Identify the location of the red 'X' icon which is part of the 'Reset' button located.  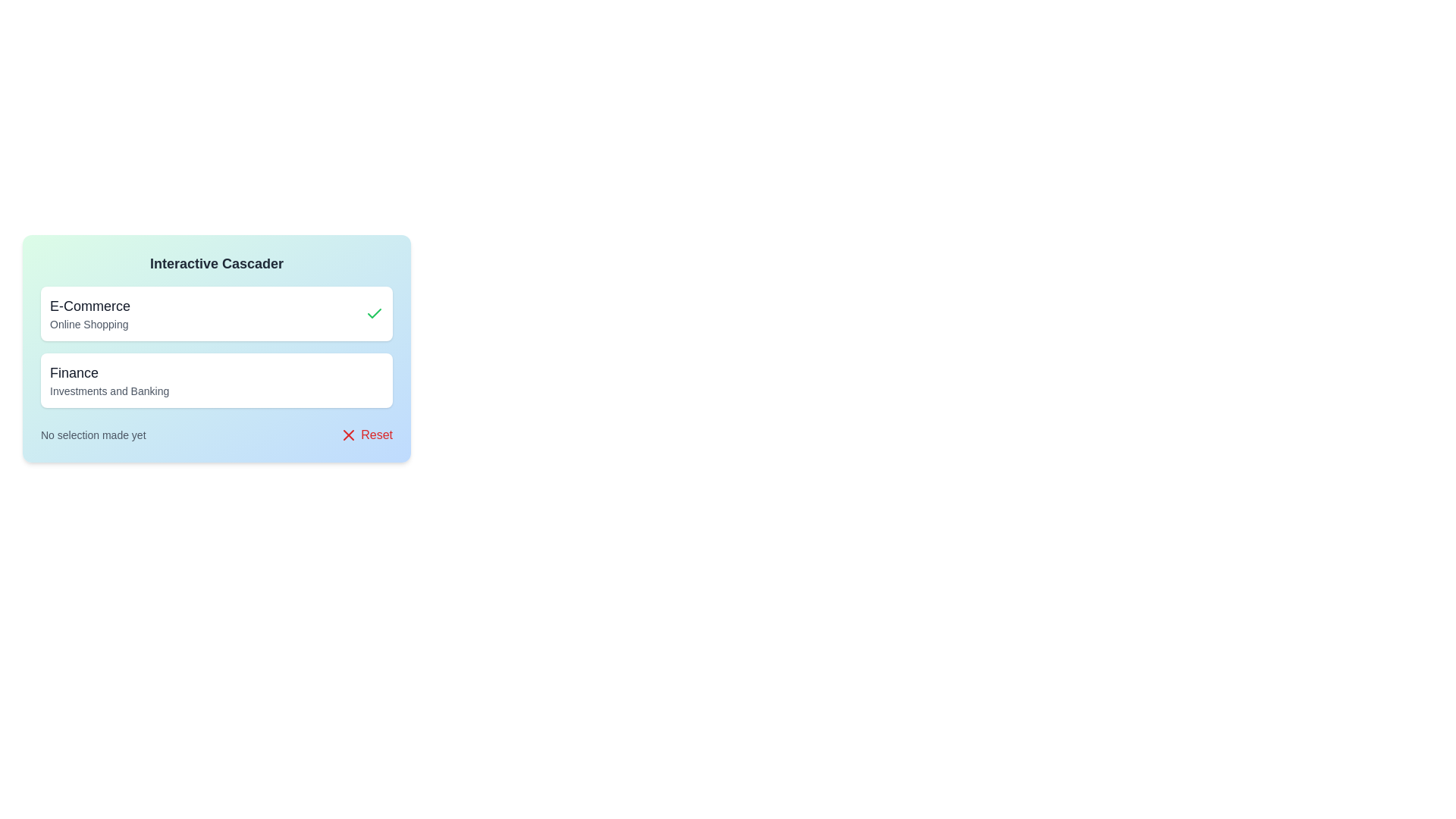
(348, 435).